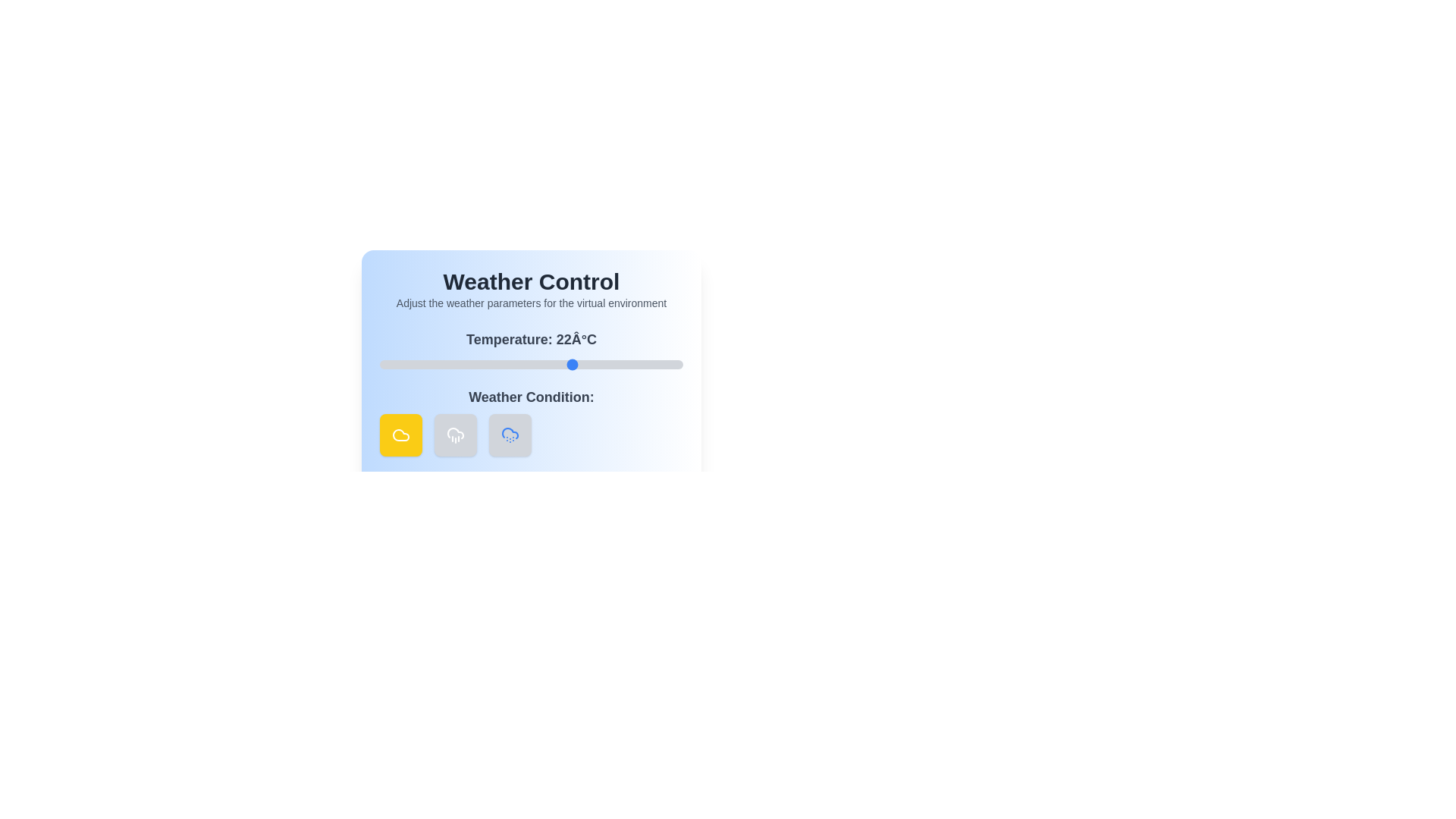 Image resolution: width=1456 pixels, height=819 pixels. What do you see at coordinates (400, 435) in the screenshot?
I see `'Clear' weather condition button` at bounding box center [400, 435].